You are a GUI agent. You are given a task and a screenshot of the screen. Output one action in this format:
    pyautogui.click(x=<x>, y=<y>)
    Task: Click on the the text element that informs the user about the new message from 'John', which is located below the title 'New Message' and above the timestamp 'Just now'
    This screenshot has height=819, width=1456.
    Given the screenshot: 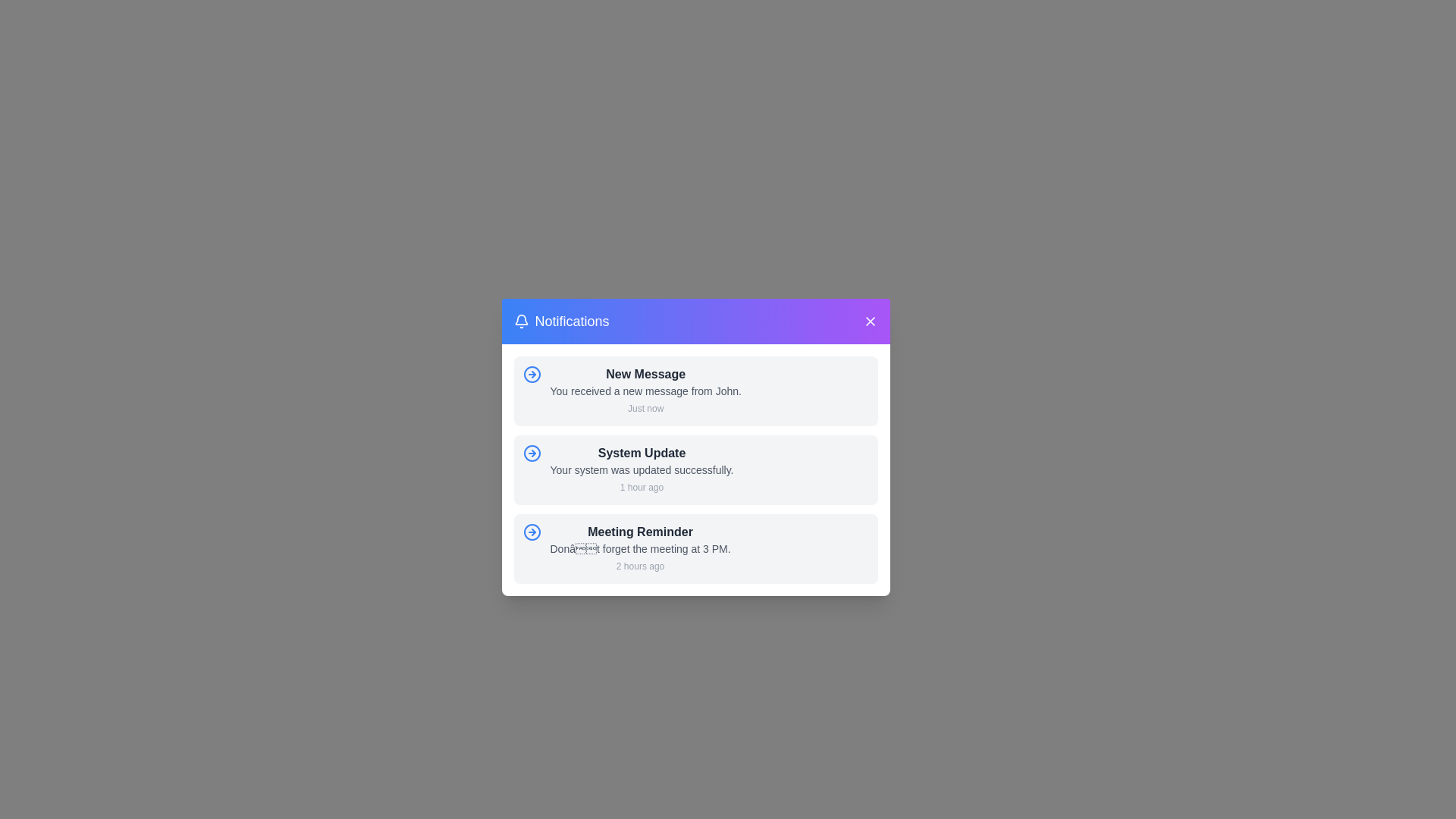 What is the action you would take?
    pyautogui.click(x=645, y=391)
    